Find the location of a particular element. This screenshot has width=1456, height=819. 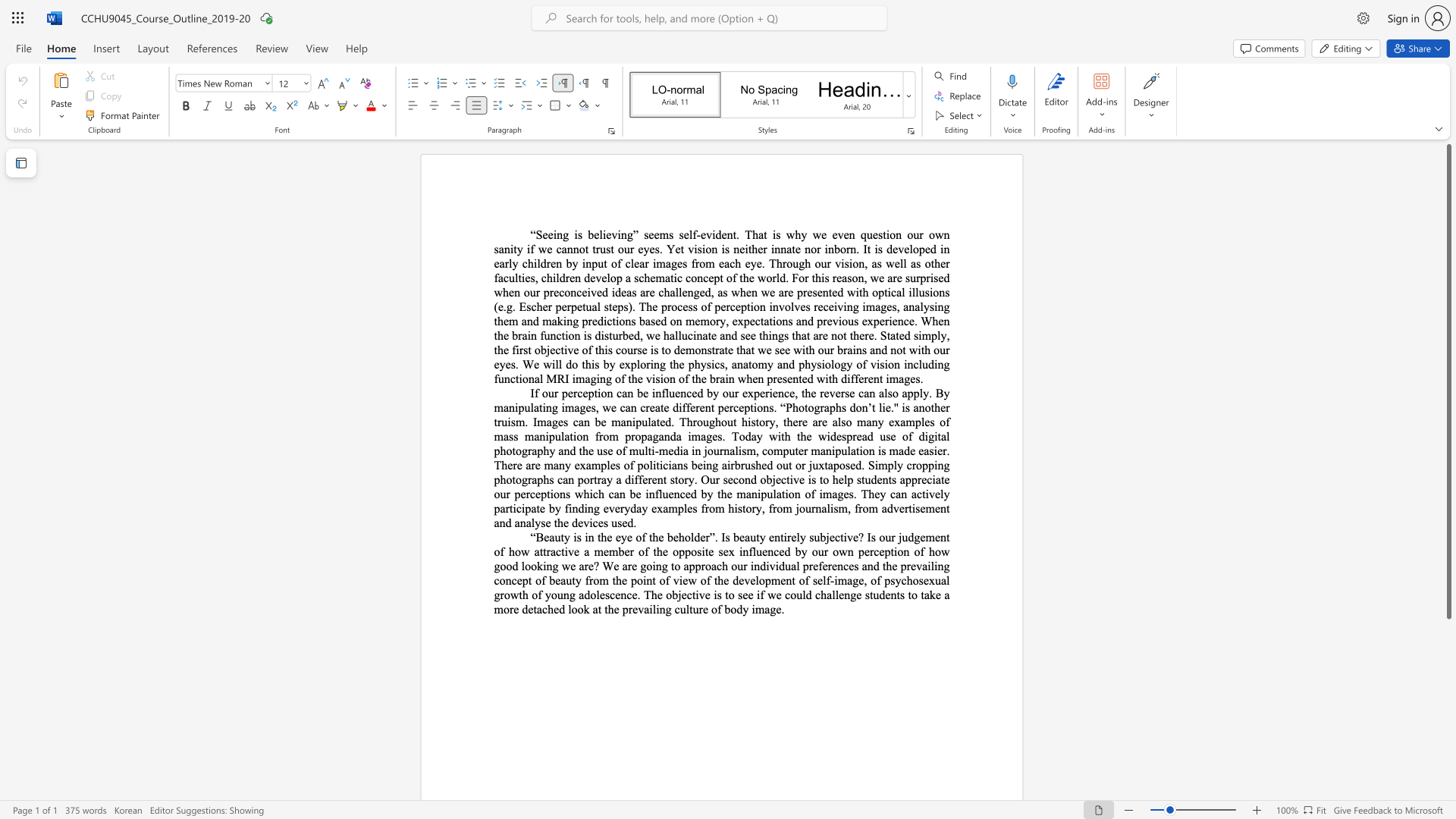

the right-hand scrollbar to descend the page is located at coordinates (1448, 773).